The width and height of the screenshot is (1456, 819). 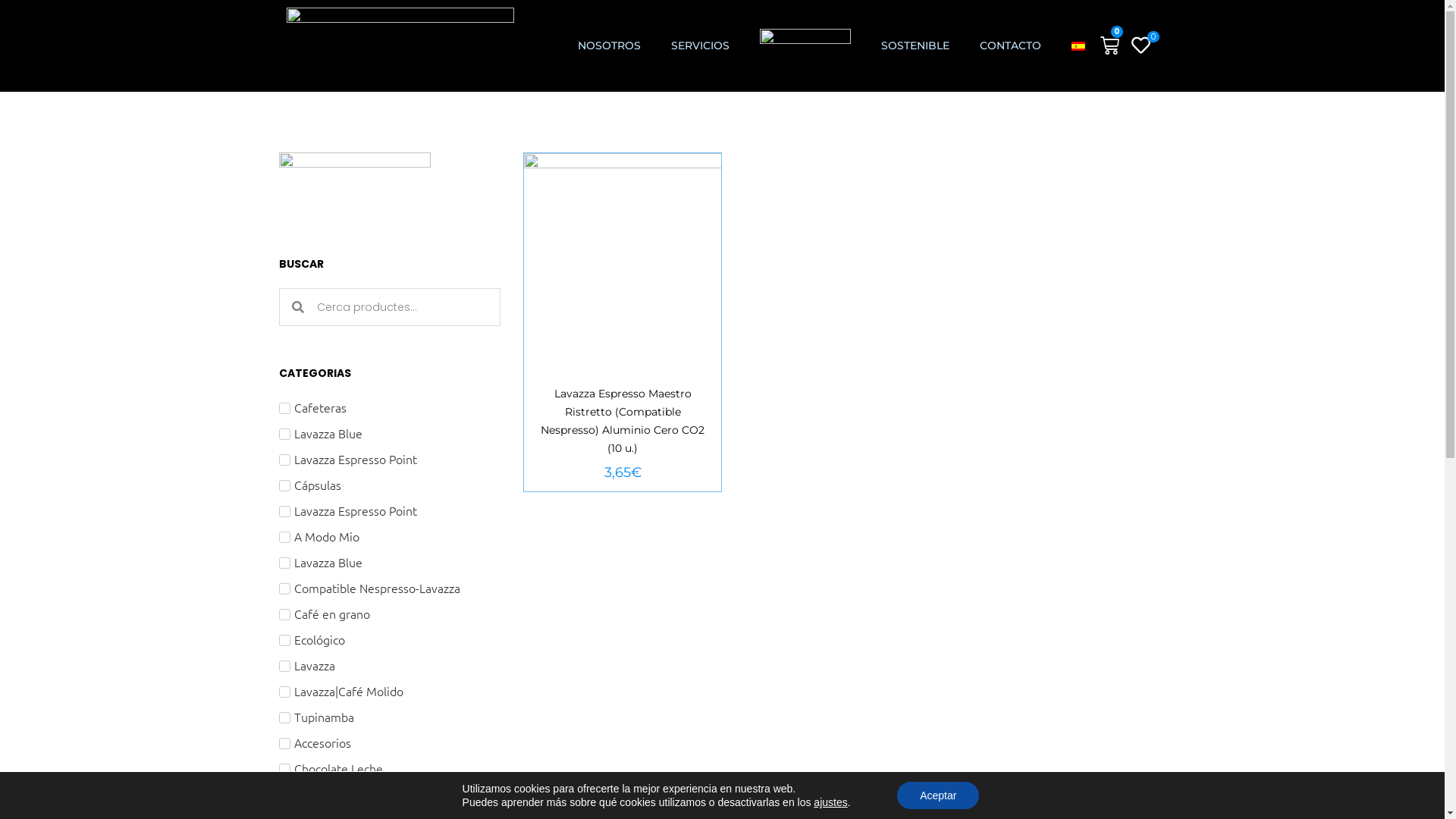 I want to click on 'NOSOTROS', so click(x=609, y=45).